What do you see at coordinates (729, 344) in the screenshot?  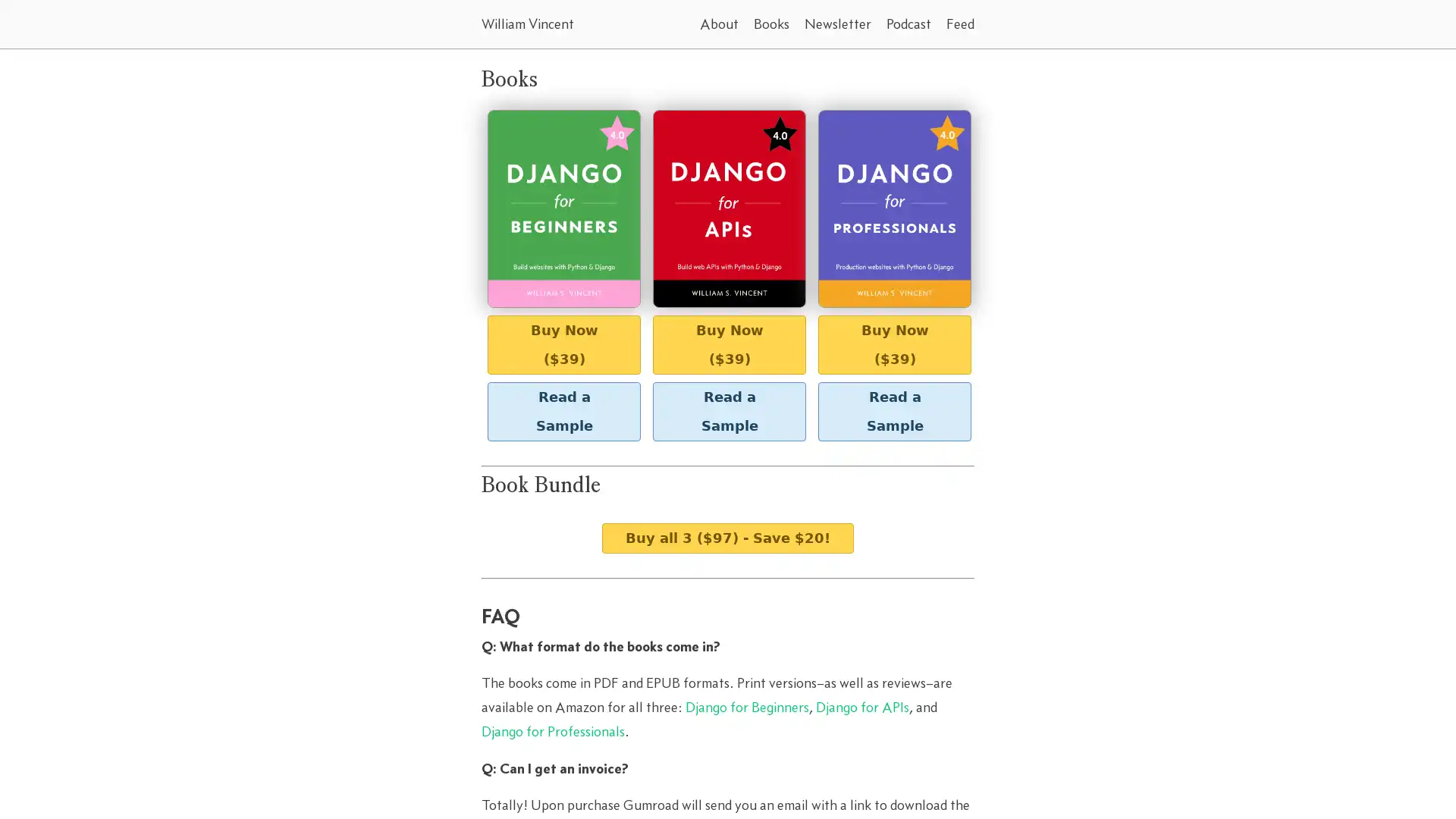 I see `Buy Now ($39)` at bounding box center [729, 344].